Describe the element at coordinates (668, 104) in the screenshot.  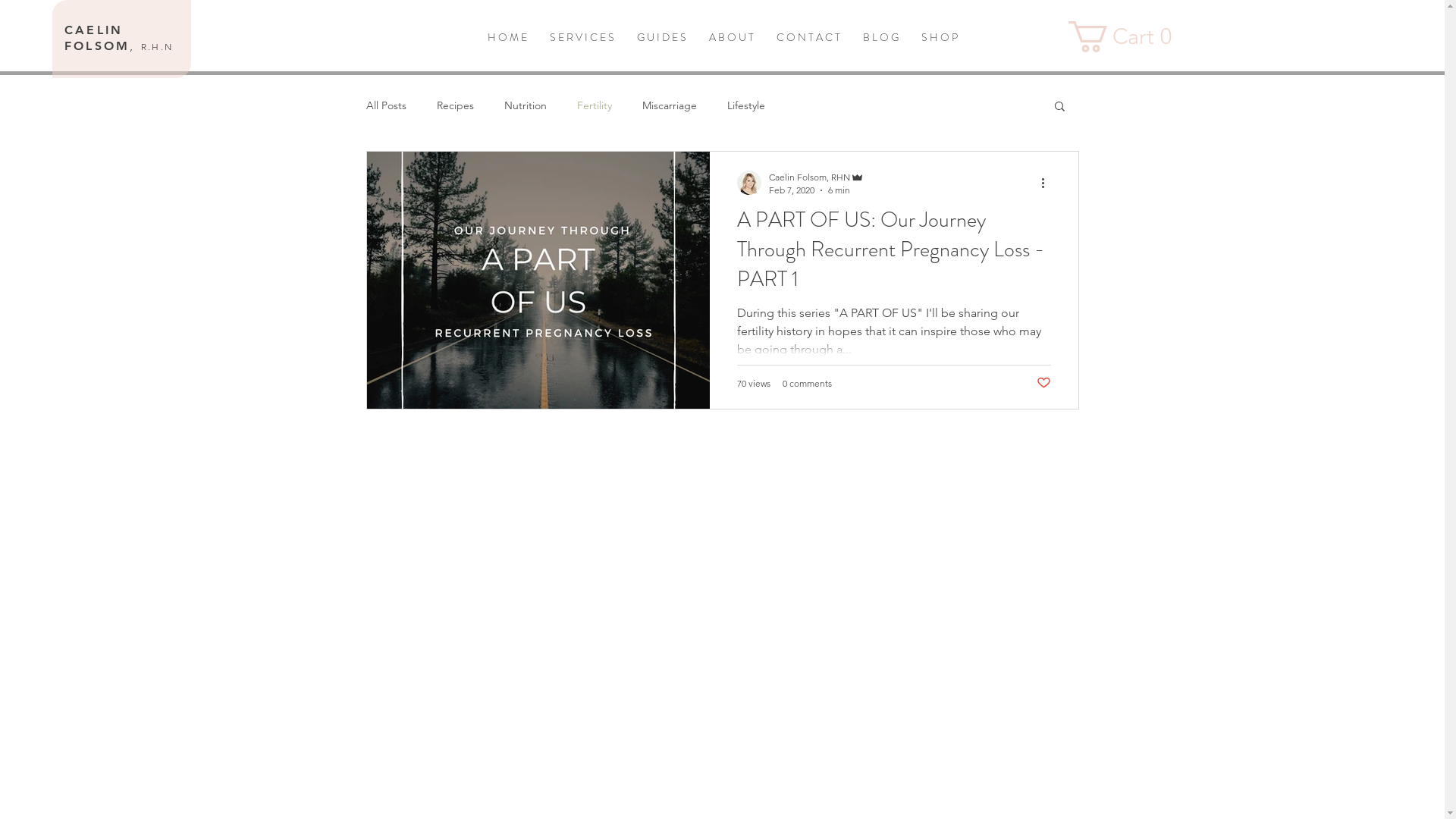
I see `'Miscarriage'` at that location.